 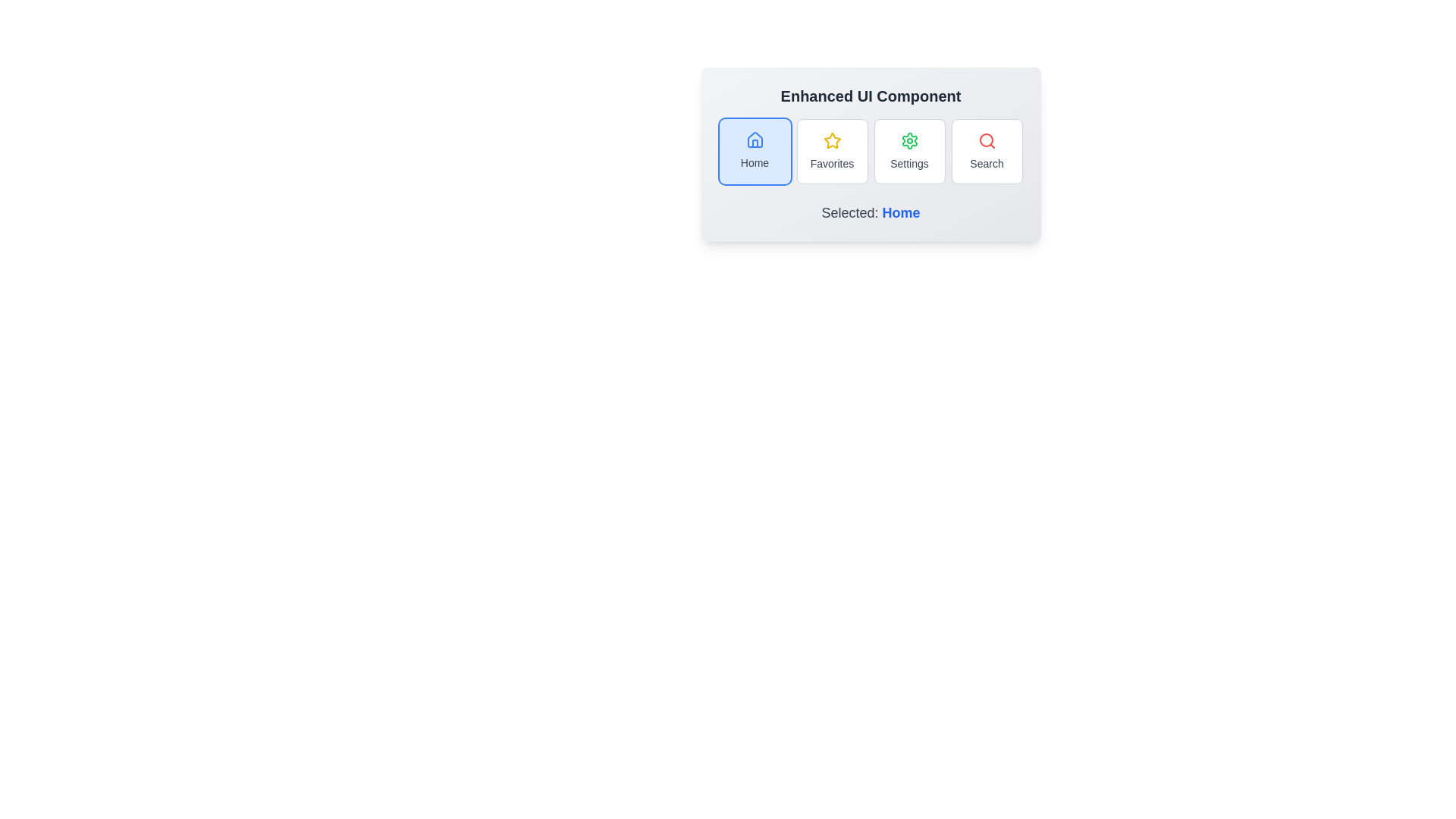 What do you see at coordinates (987, 152) in the screenshot?
I see `the search button located at the top center of the interface, which is the fourth item in the horizontal grid layout, to initiate a search action` at bounding box center [987, 152].